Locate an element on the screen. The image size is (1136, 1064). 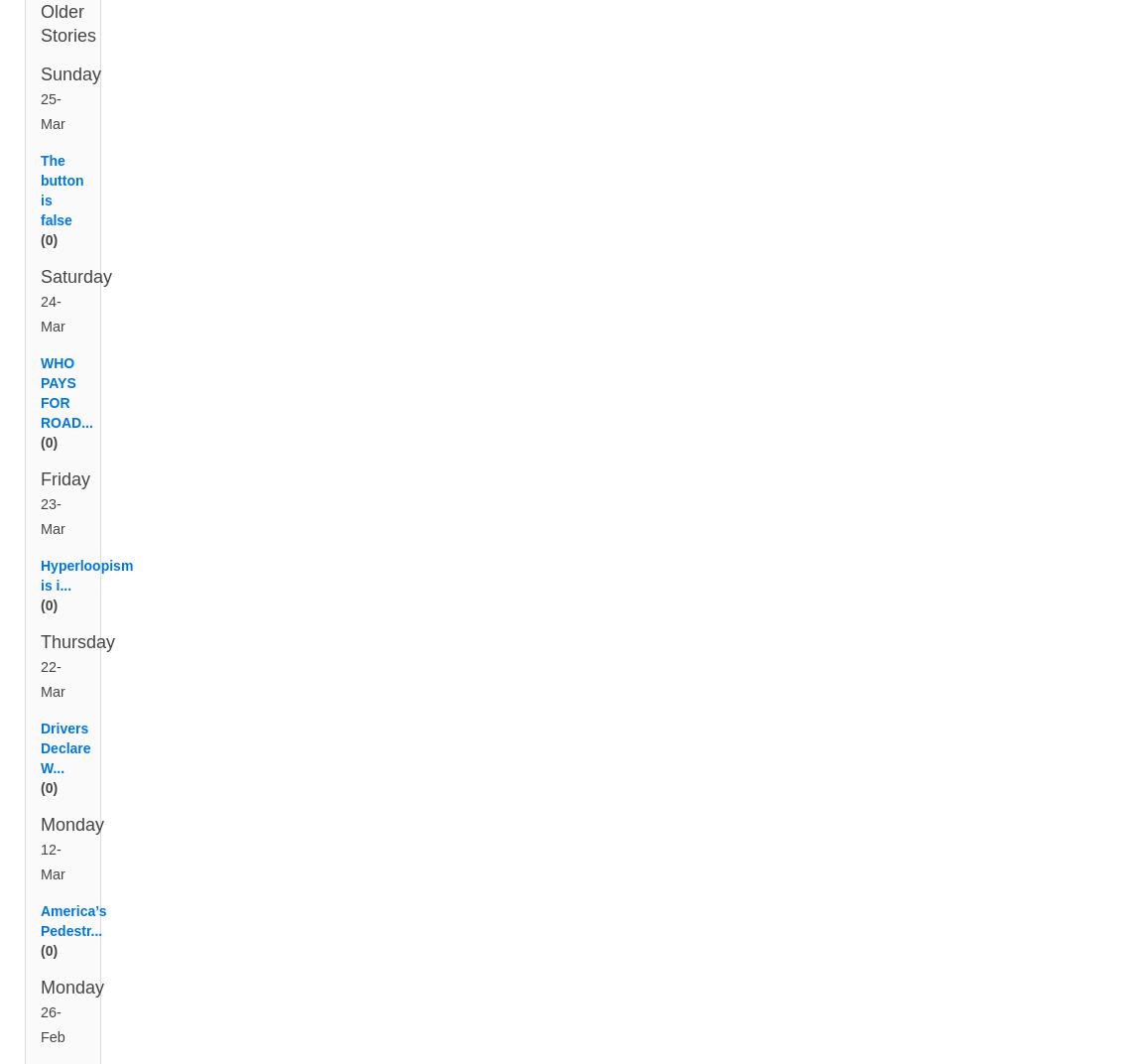
'Friday' is located at coordinates (64, 502).